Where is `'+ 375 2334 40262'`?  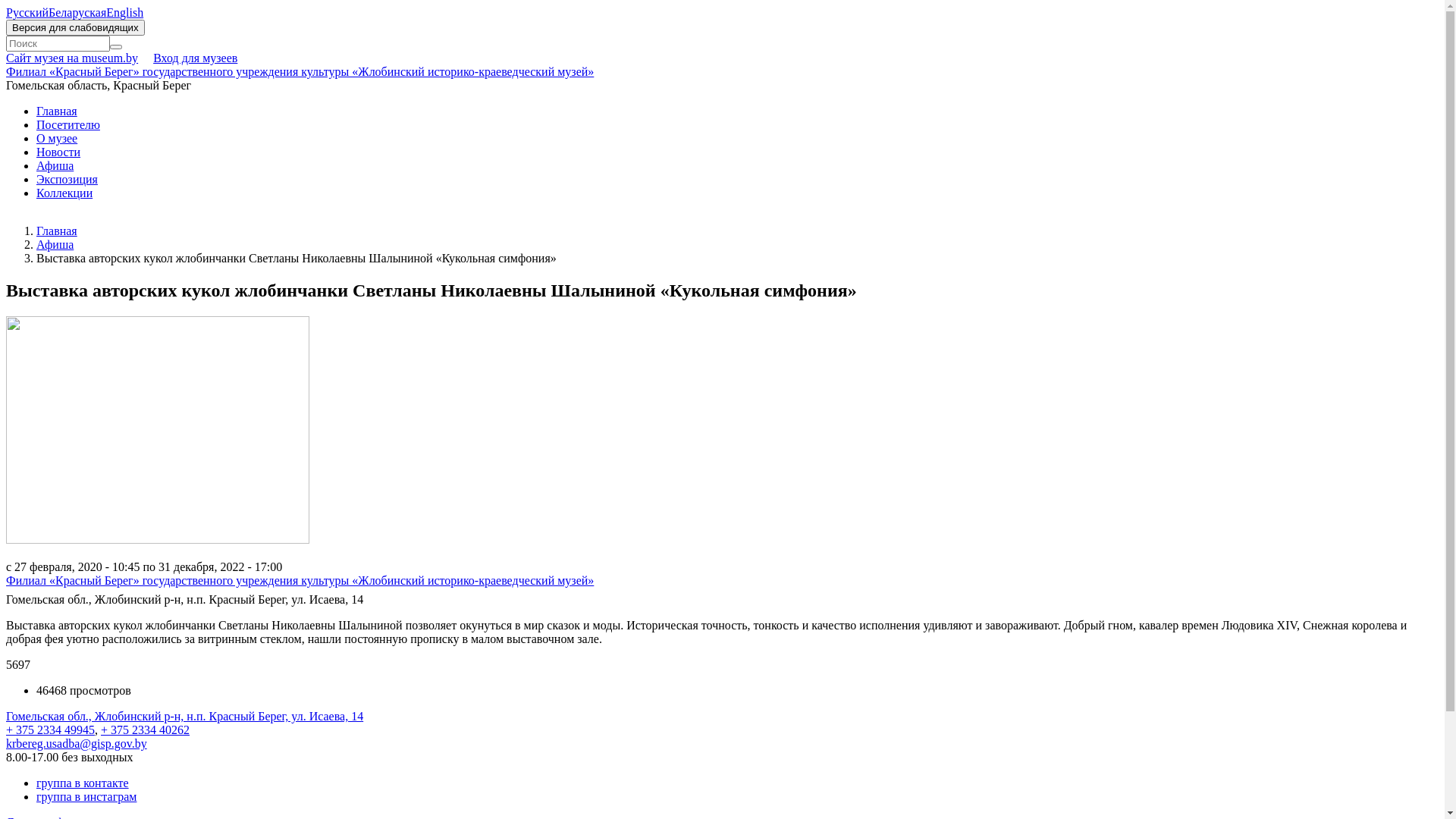
'+ 375 2334 40262' is located at coordinates (145, 729).